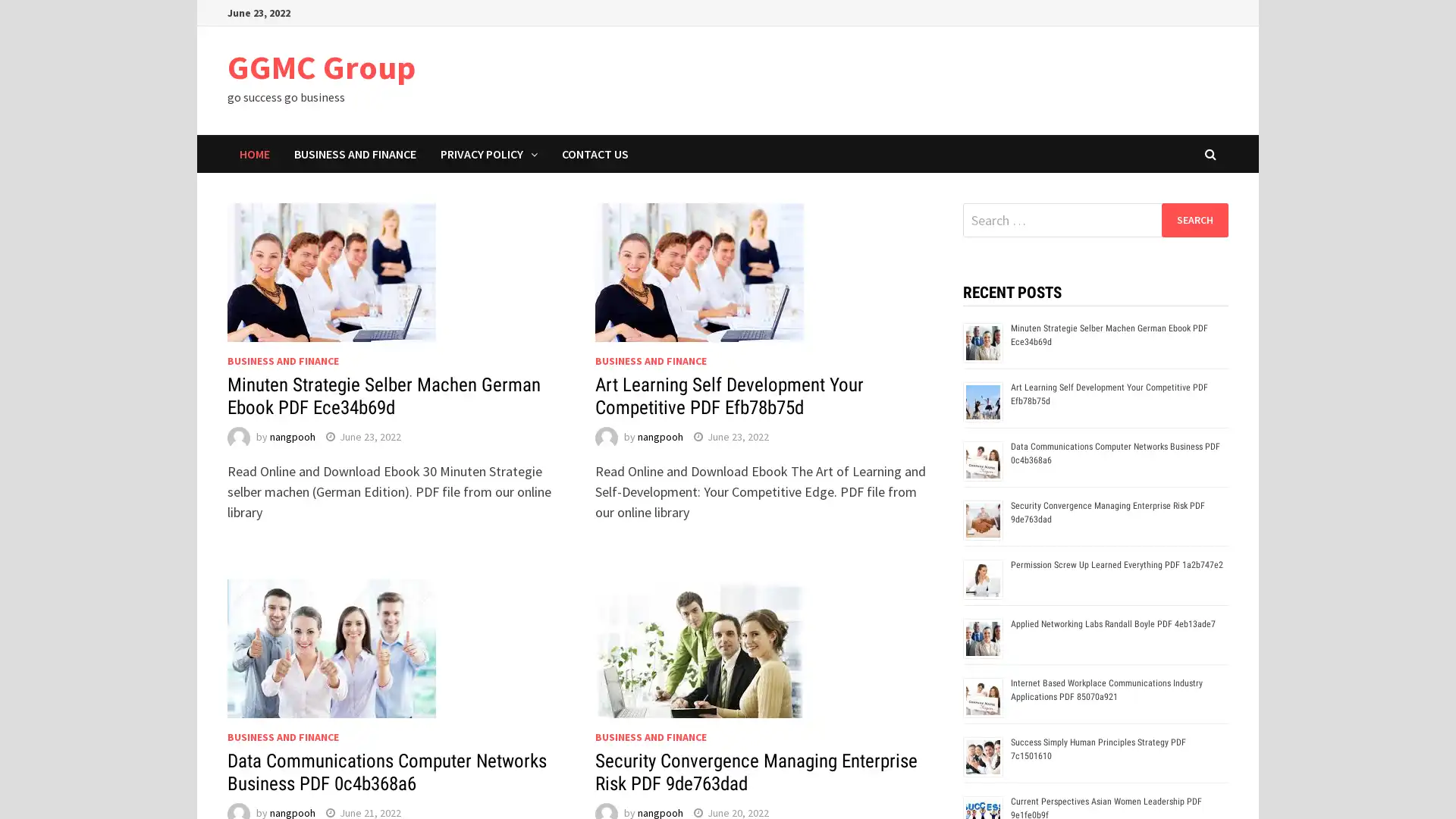 The image size is (1456, 819). What do you see at coordinates (1194, 219) in the screenshot?
I see `Search` at bounding box center [1194, 219].